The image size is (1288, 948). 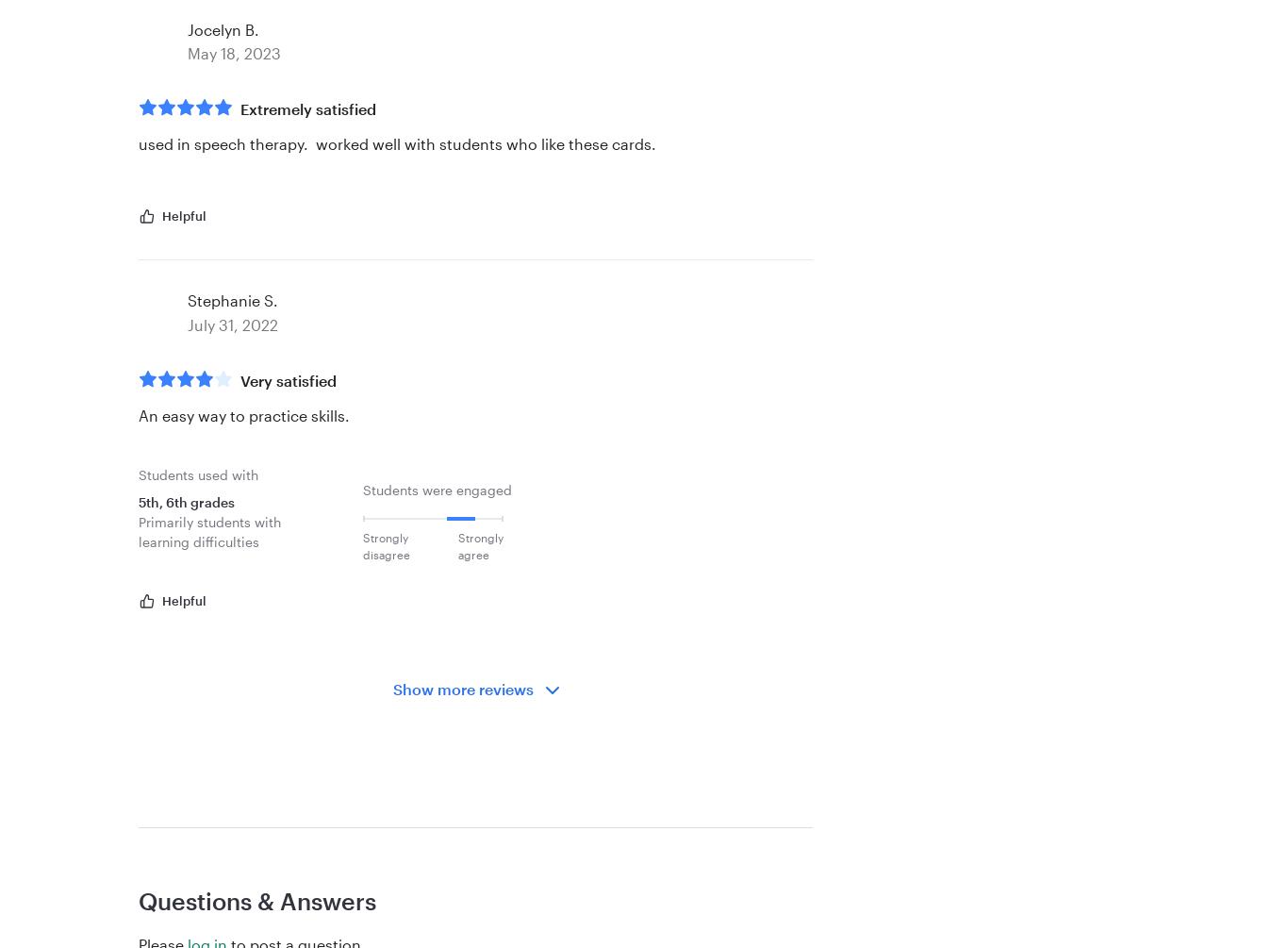 I want to click on 'Jocelyn B.', so click(x=187, y=28).